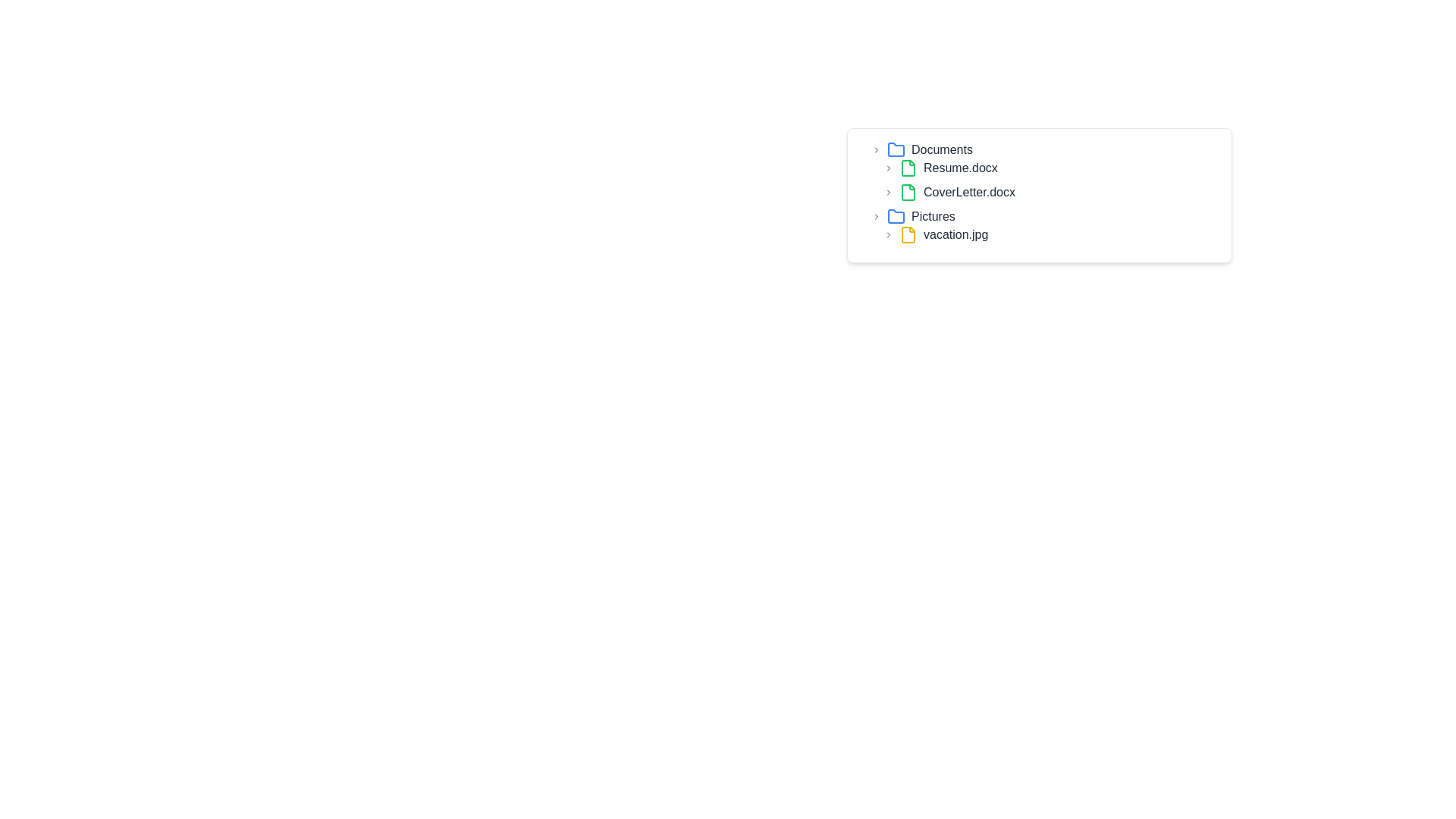 Image resolution: width=1456 pixels, height=819 pixels. What do you see at coordinates (931, 216) in the screenshot?
I see `on the 'Pictures' folder label` at bounding box center [931, 216].